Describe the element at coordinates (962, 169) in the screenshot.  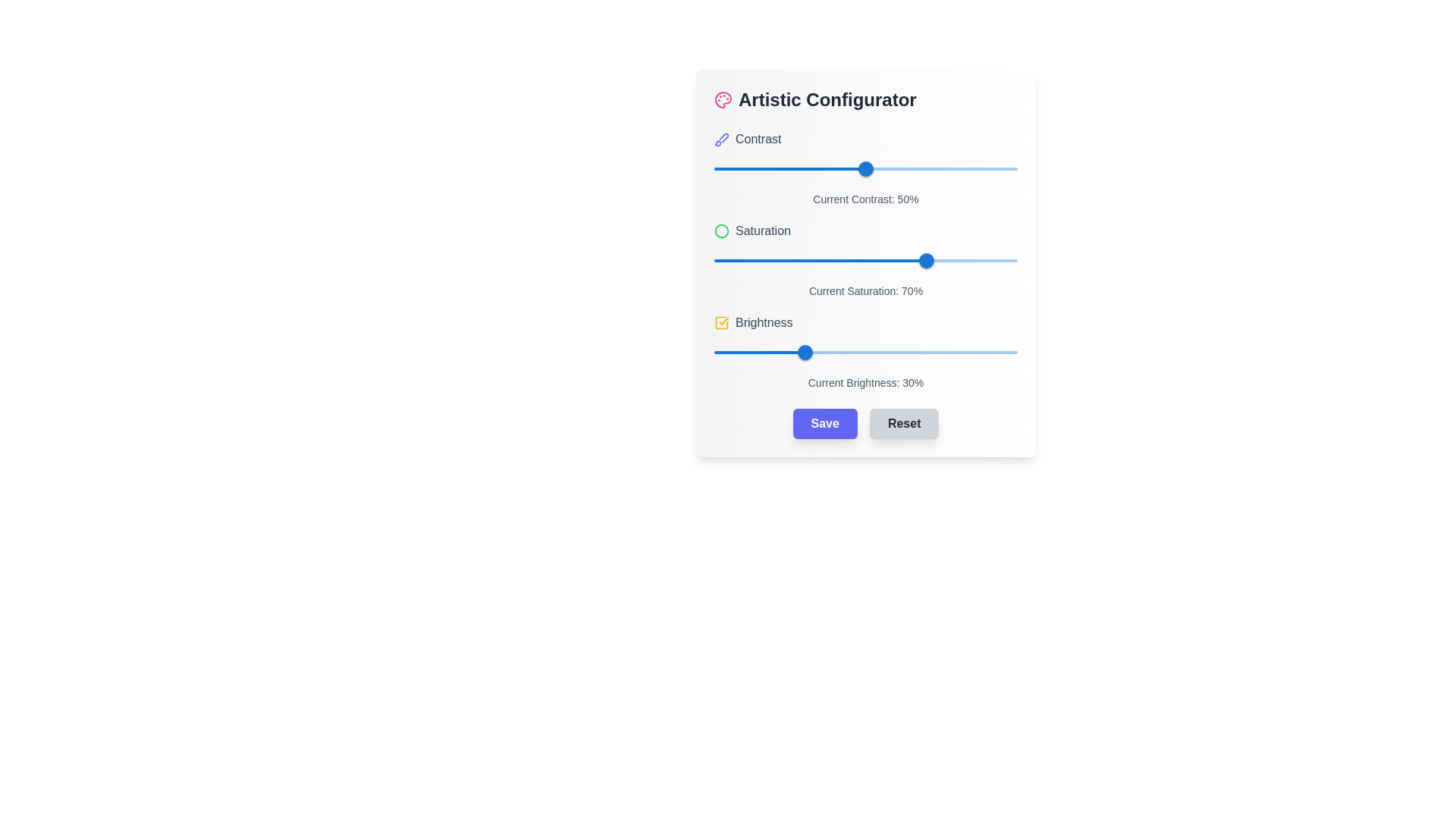
I see `contrast` at that location.